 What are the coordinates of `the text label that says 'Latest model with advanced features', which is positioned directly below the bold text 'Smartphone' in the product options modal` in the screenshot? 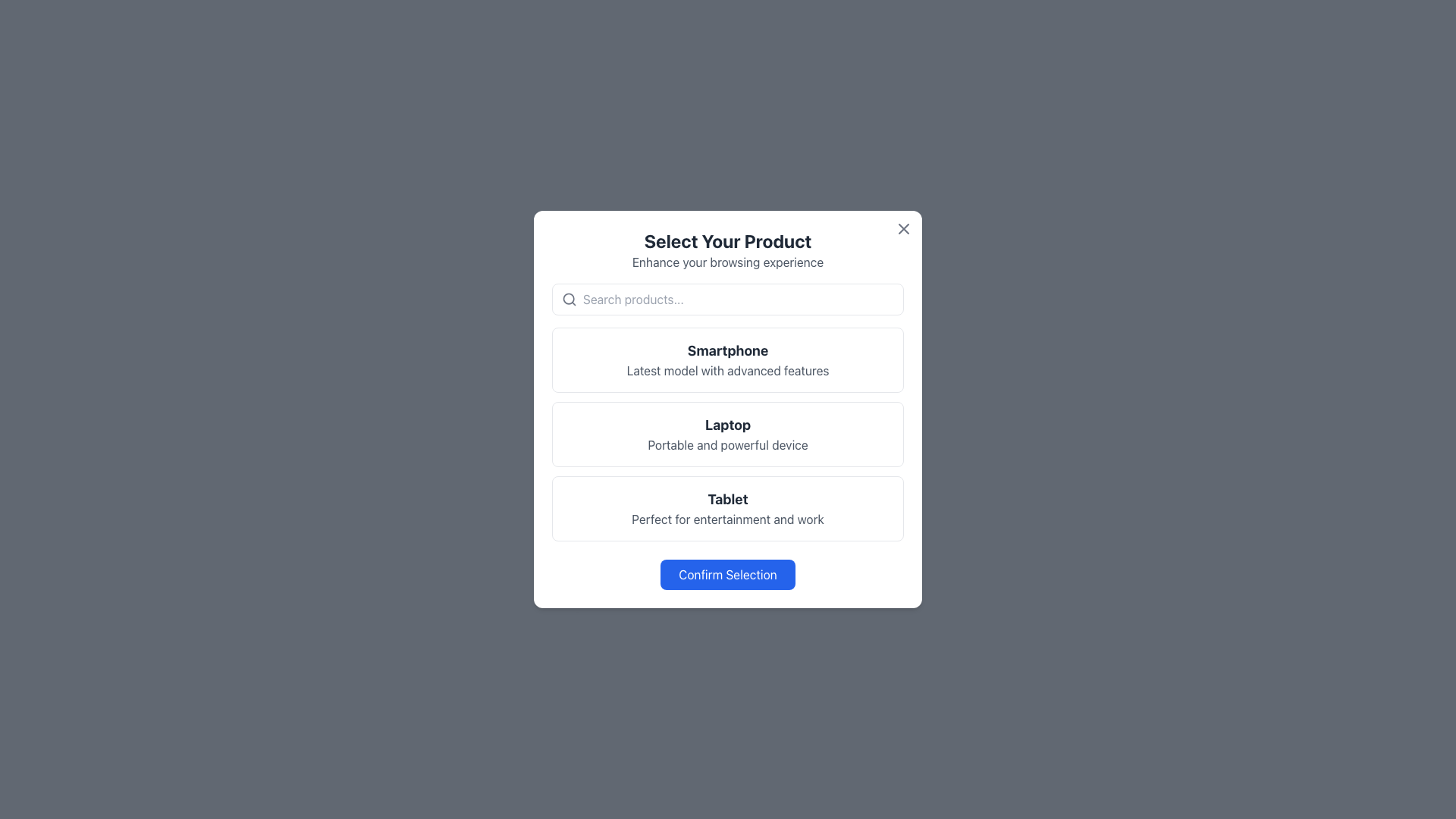 It's located at (728, 371).